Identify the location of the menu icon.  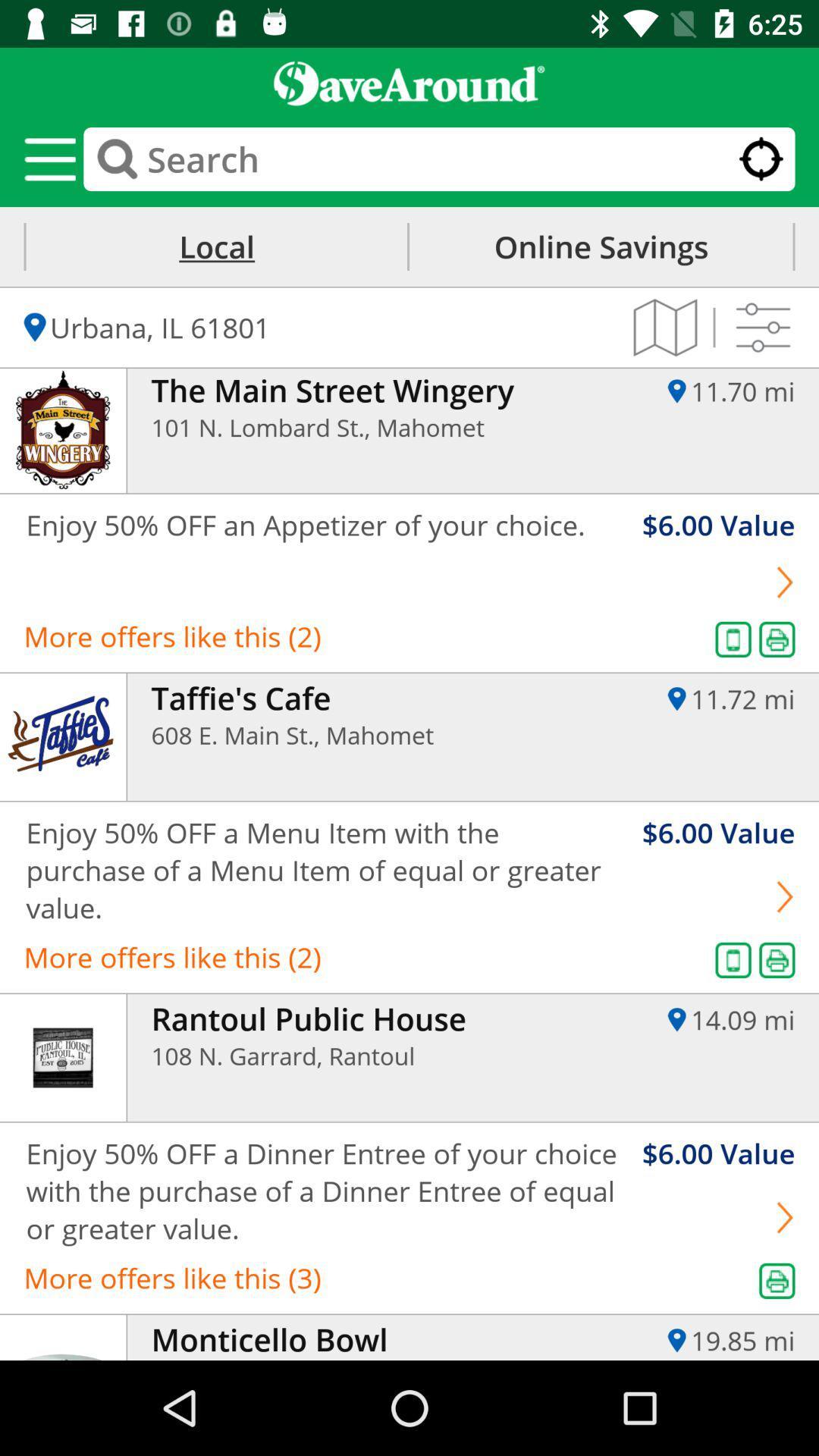
(49, 159).